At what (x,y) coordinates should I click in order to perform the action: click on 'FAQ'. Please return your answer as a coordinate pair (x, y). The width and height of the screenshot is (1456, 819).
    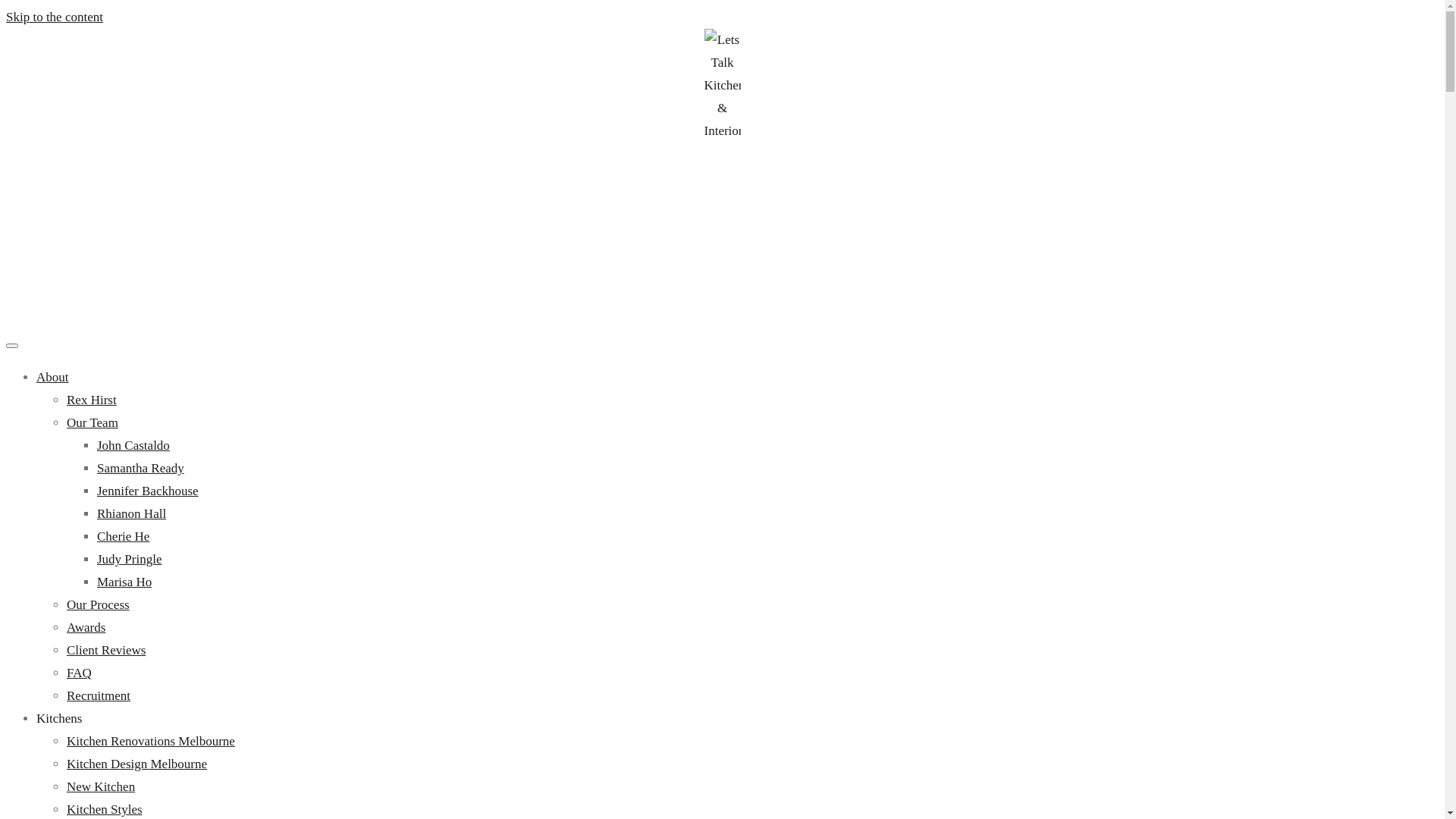
    Looking at the image, I should click on (78, 672).